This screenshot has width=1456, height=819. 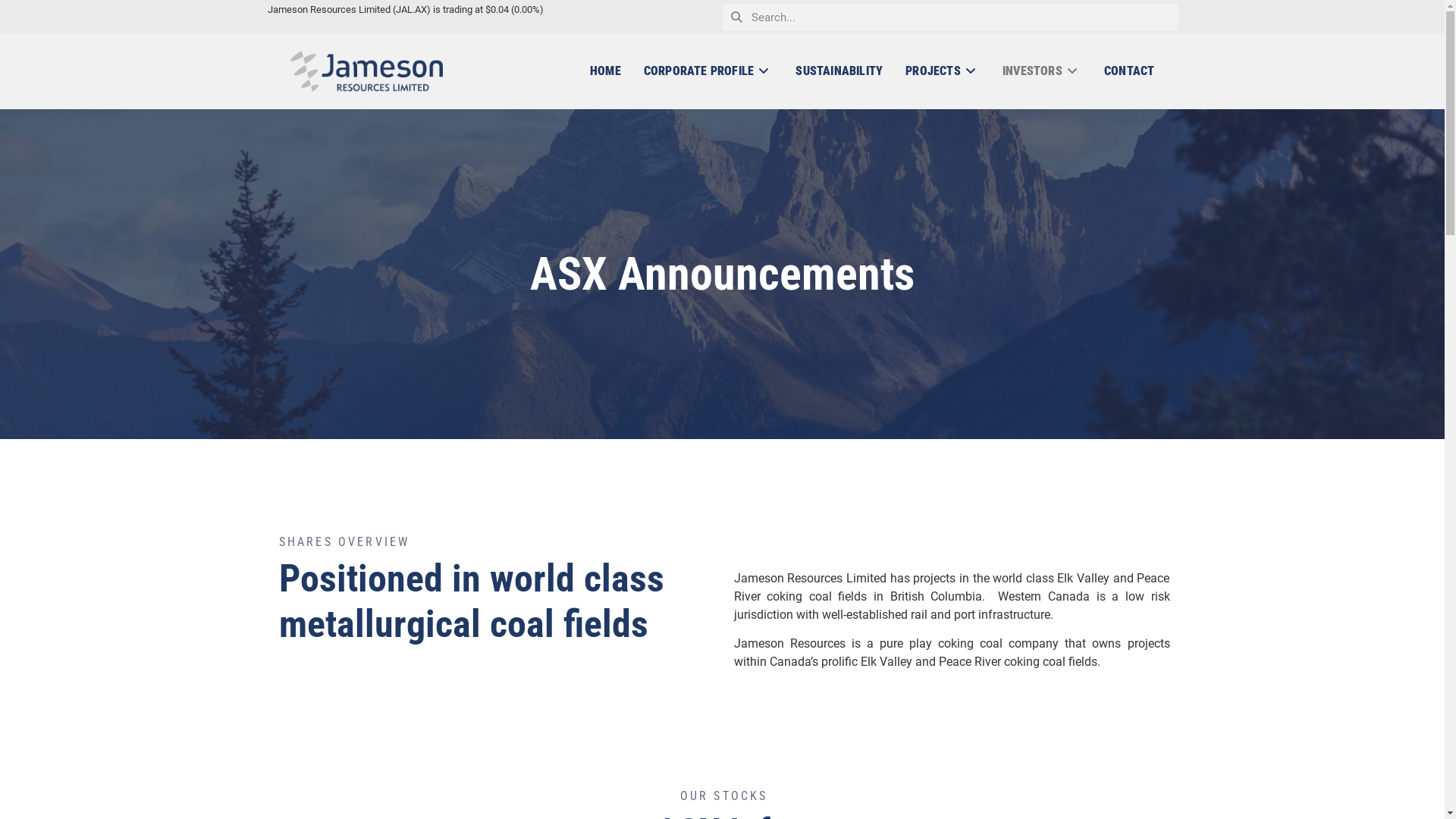 I want to click on 'CORPORATE PROFILE', so click(x=708, y=71).